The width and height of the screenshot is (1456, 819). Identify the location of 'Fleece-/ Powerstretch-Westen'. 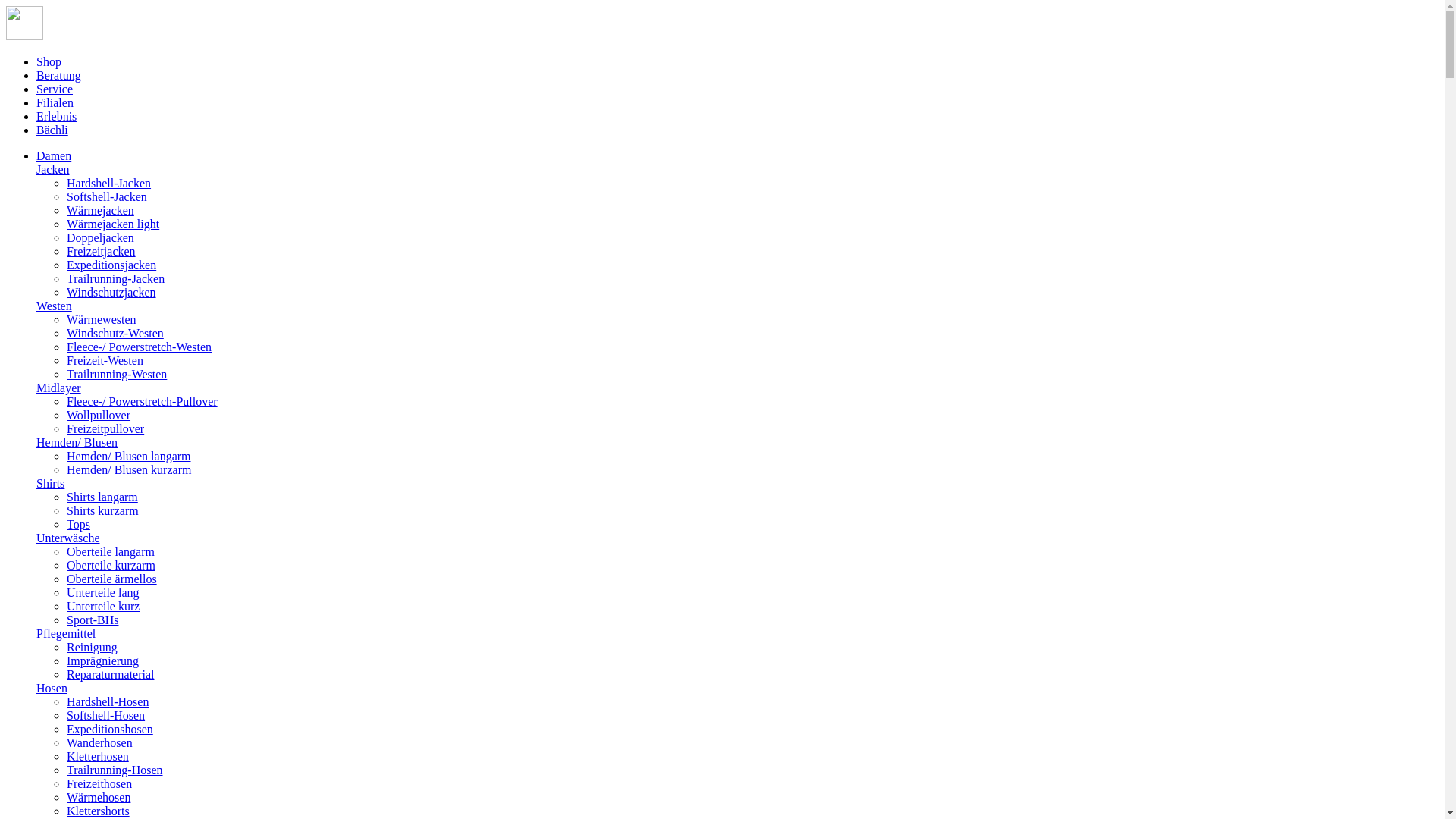
(139, 347).